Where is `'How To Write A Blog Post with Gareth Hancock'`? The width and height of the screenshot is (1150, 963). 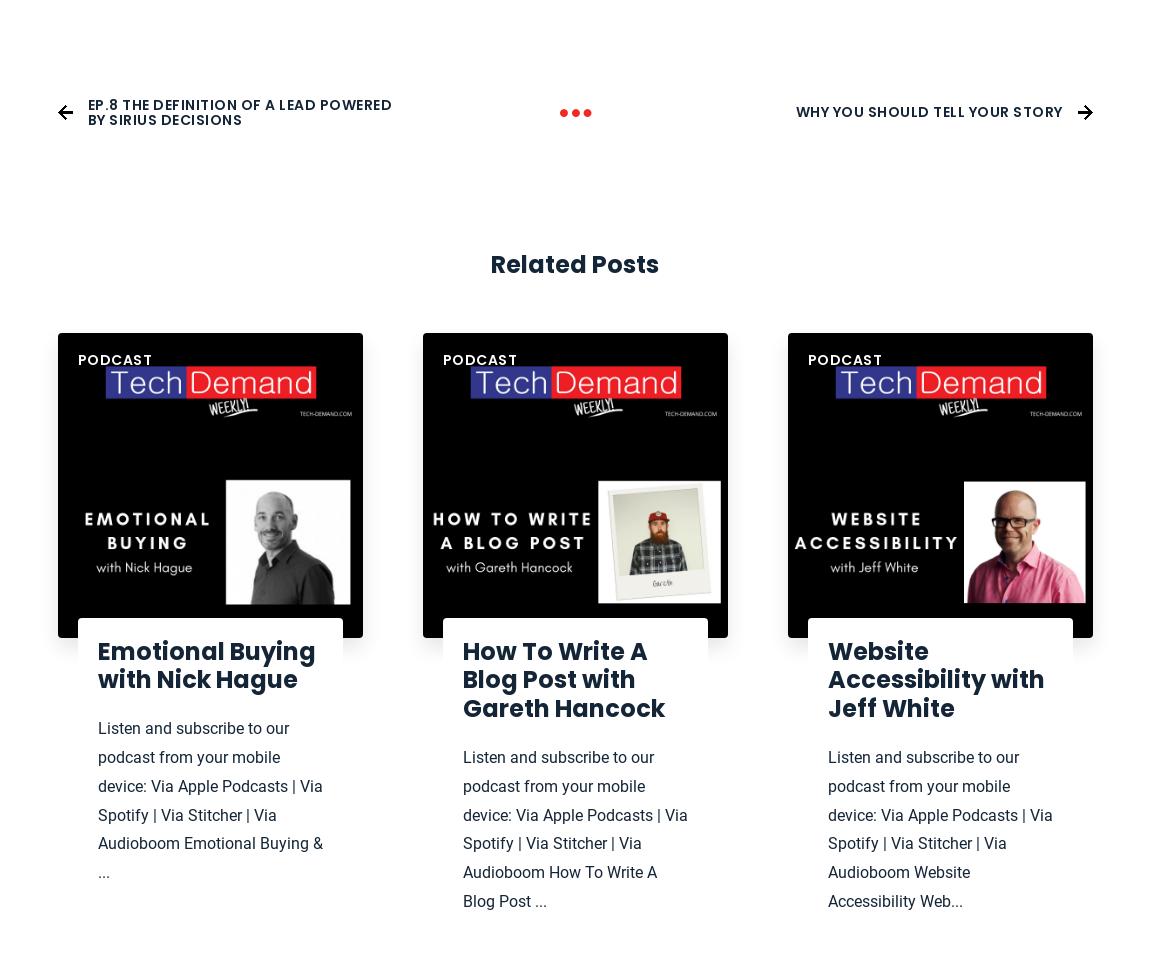
'How To Write A Blog Post with Gareth Hancock' is located at coordinates (563, 679).